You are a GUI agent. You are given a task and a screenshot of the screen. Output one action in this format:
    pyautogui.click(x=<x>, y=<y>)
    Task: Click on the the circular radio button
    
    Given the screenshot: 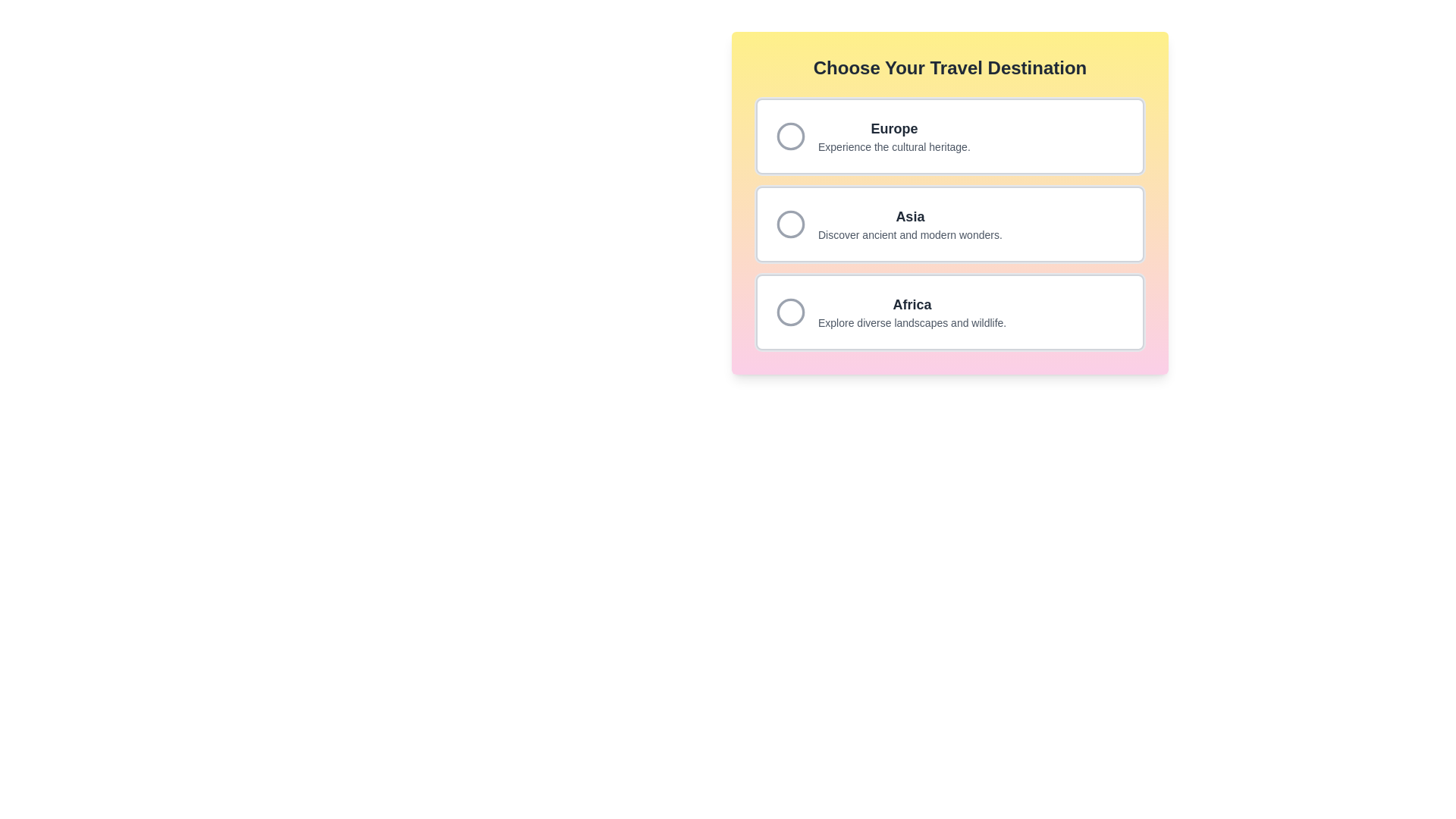 What is the action you would take?
    pyautogui.click(x=789, y=136)
    